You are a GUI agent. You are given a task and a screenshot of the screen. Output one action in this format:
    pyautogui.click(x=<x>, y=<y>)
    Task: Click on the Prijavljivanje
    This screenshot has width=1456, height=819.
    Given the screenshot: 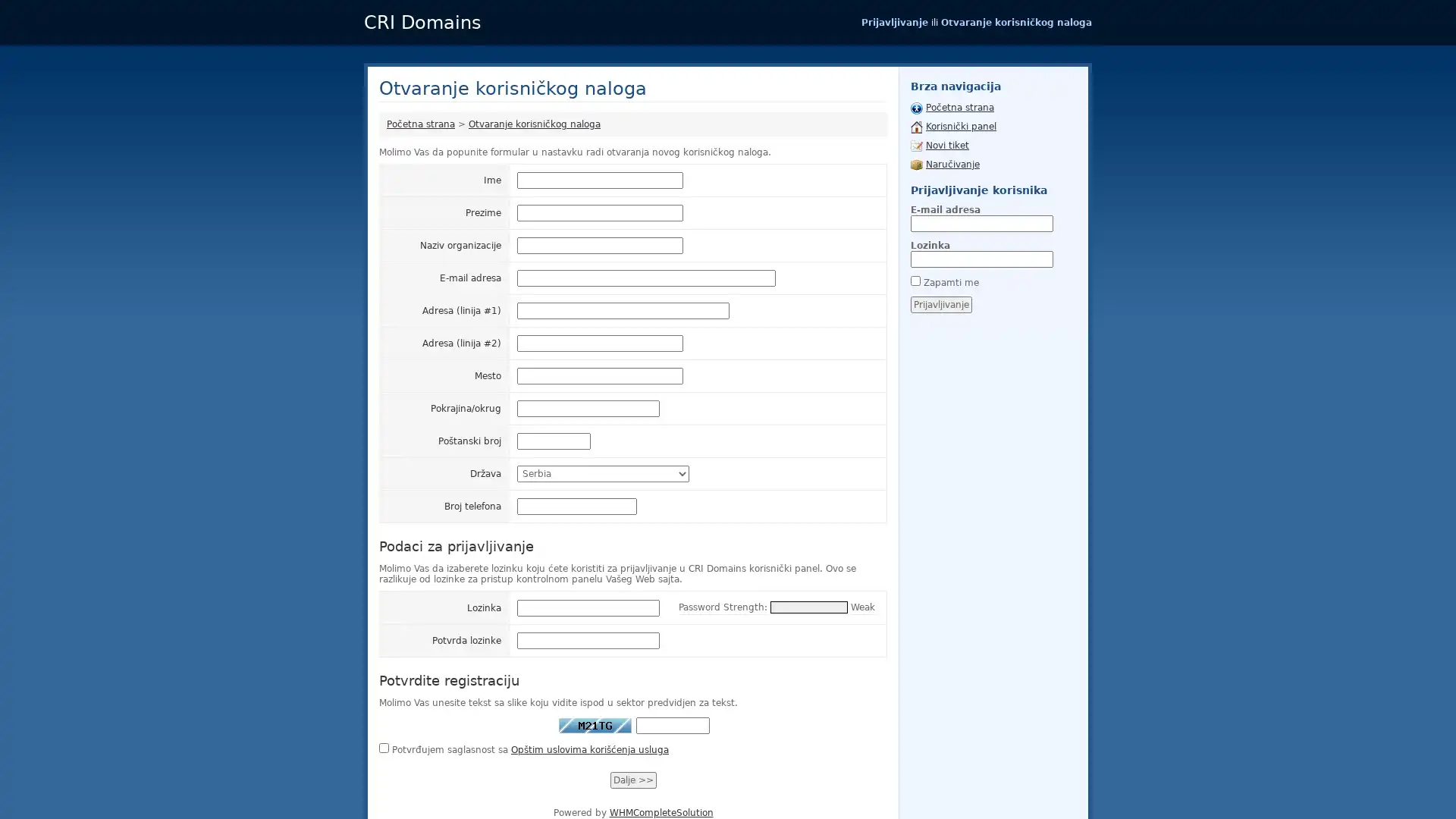 What is the action you would take?
    pyautogui.click(x=940, y=304)
    